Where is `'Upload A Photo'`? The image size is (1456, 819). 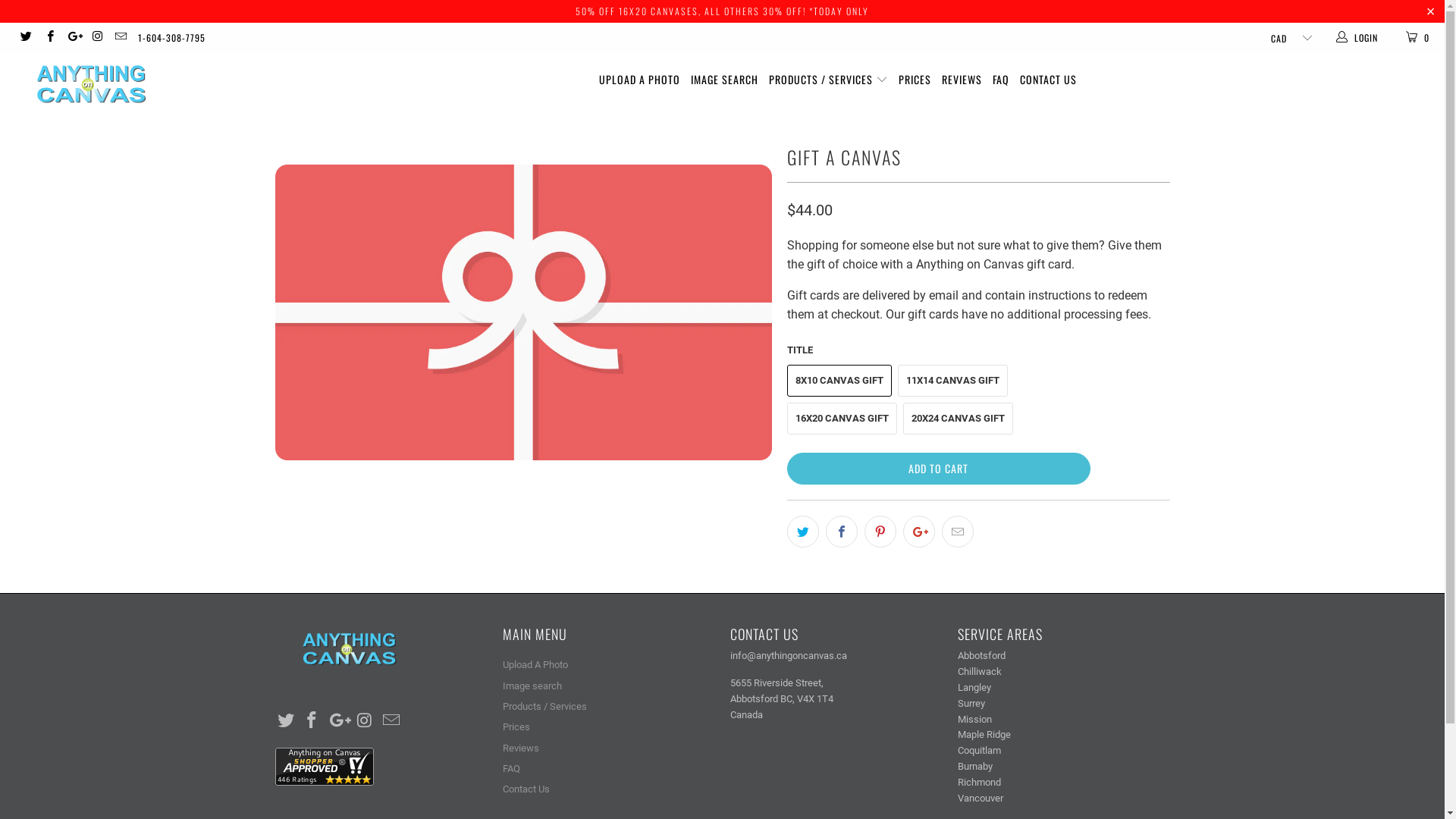 'Upload A Photo' is located at coordinates (535, 664).